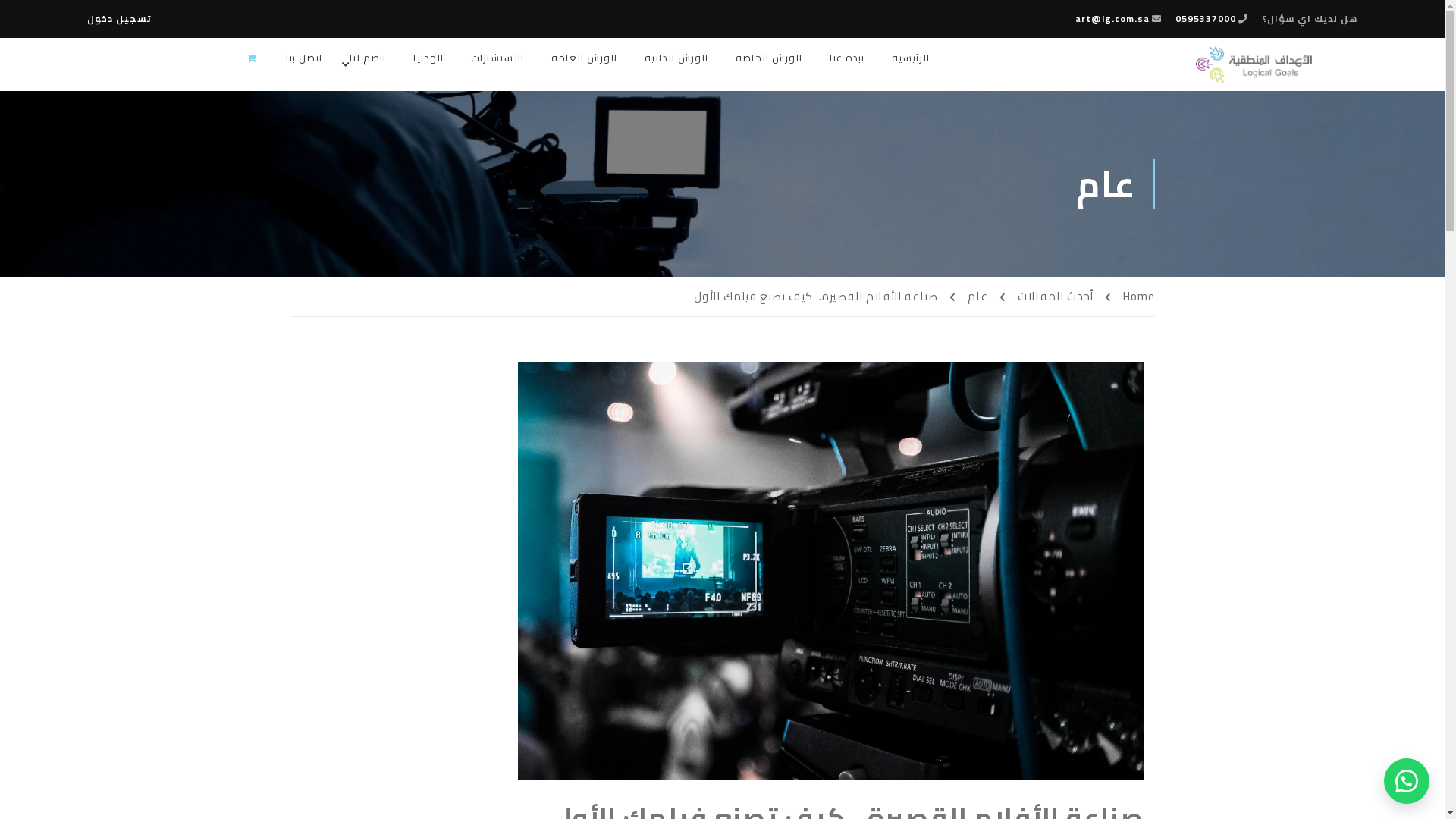  Describe the element at coordinates (1128, 296) in the screenshot. I see `'Home'` at that location.